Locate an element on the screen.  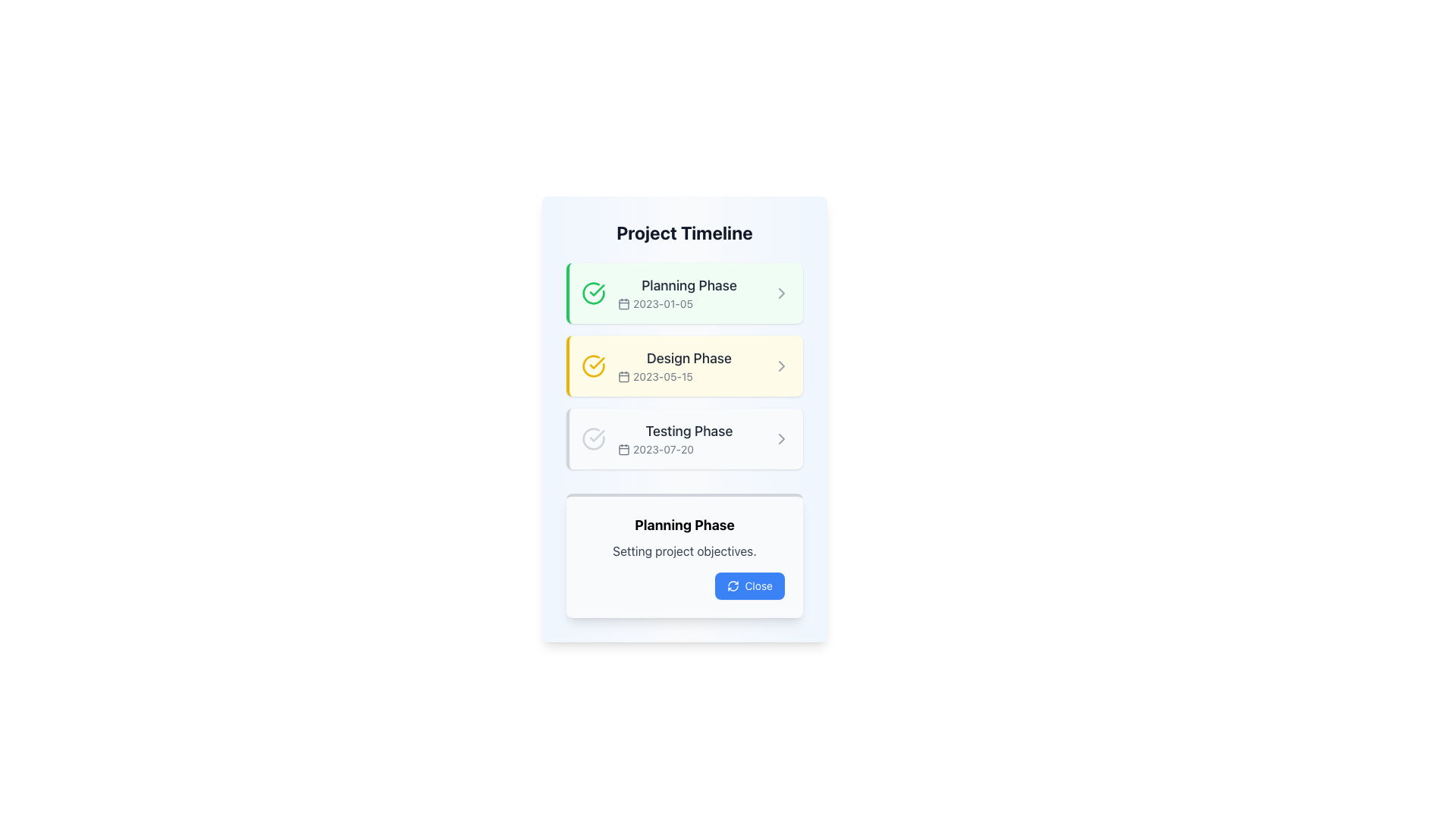
the displayed text of the informative label at the top of the project timeline interface, which indicates the name of a project phase and its associated date is located at coordinates (688, 293).